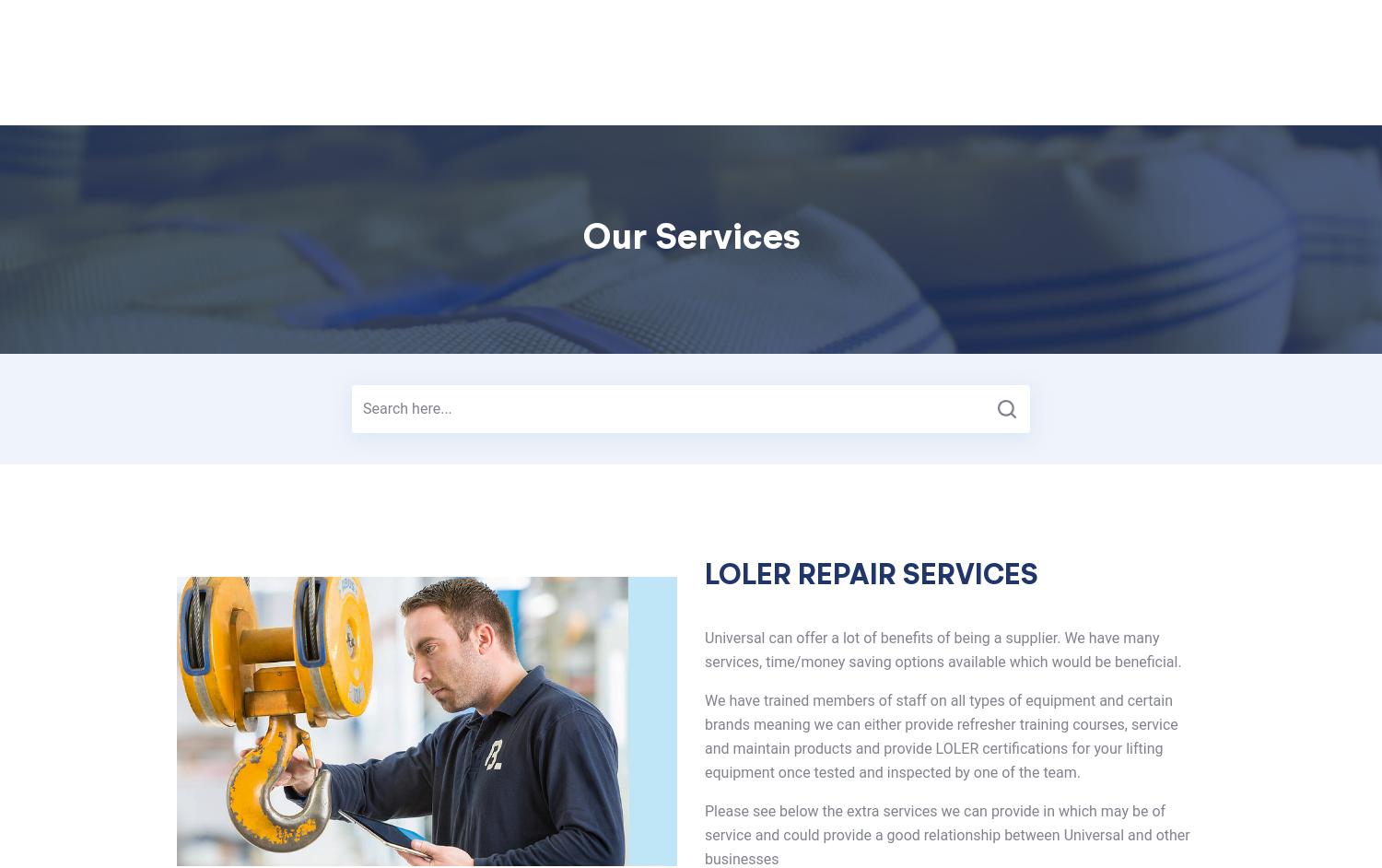 This screenshot has height=868, width=1382. I want to click on 'Request a Call', so click(1181, 39).